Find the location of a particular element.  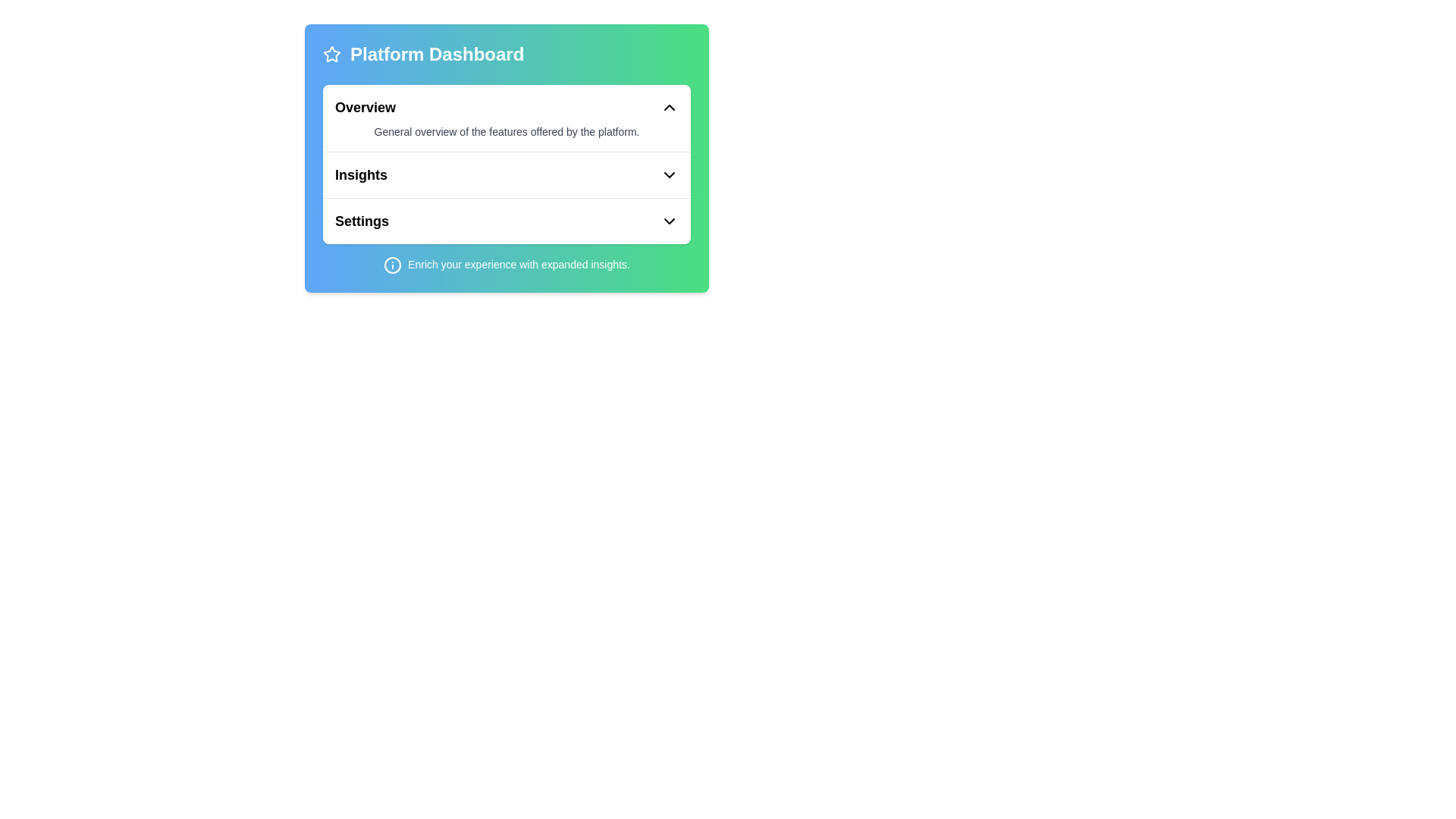

the decorative icon located to the left of the 'Platform Dashboard' text heading in the header area of the dashboard is located at coordinates (331, 53).